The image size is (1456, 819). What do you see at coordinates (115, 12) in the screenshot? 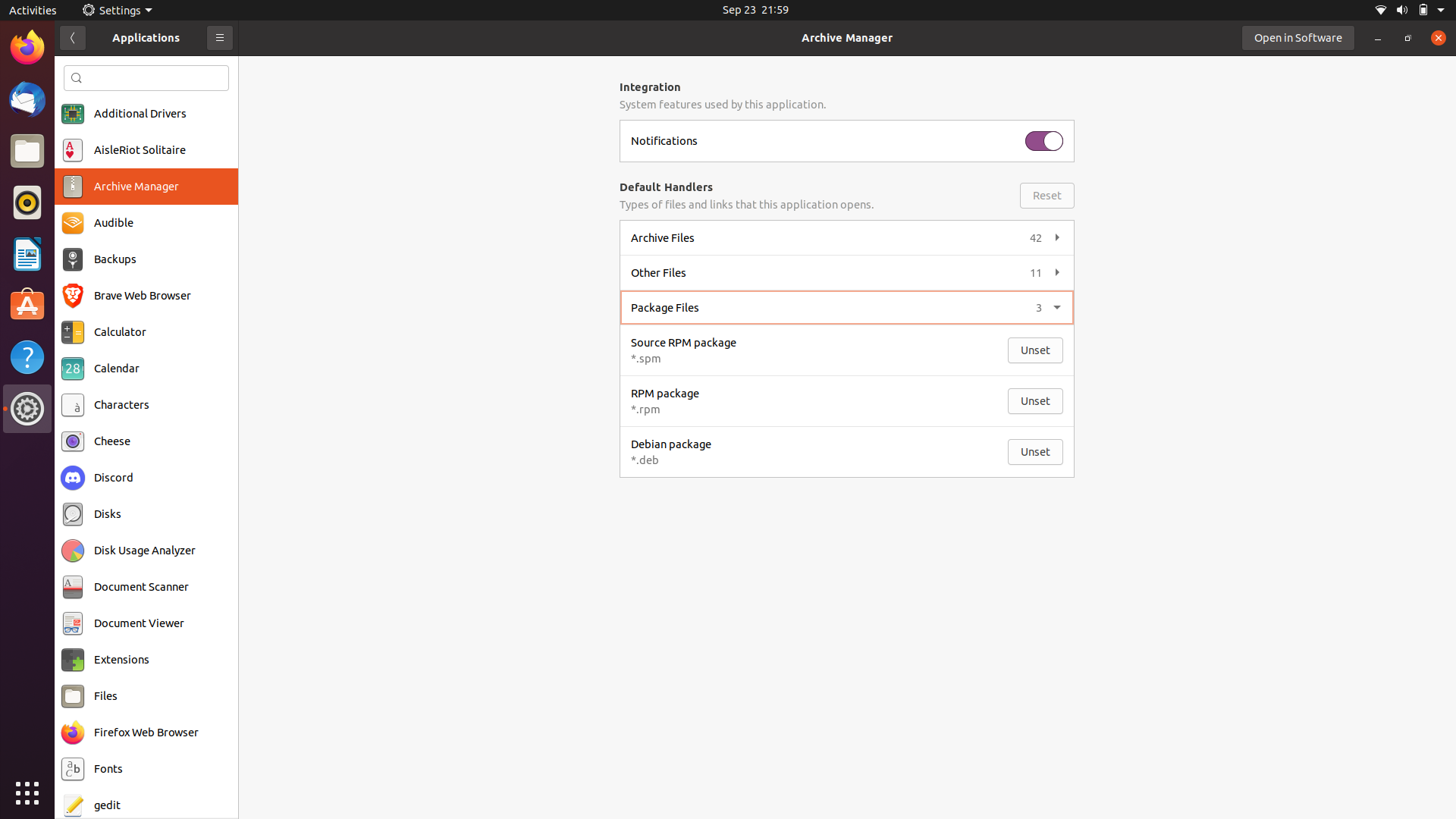
I see `Activate the Settings option` at bounding box center [115, 12].